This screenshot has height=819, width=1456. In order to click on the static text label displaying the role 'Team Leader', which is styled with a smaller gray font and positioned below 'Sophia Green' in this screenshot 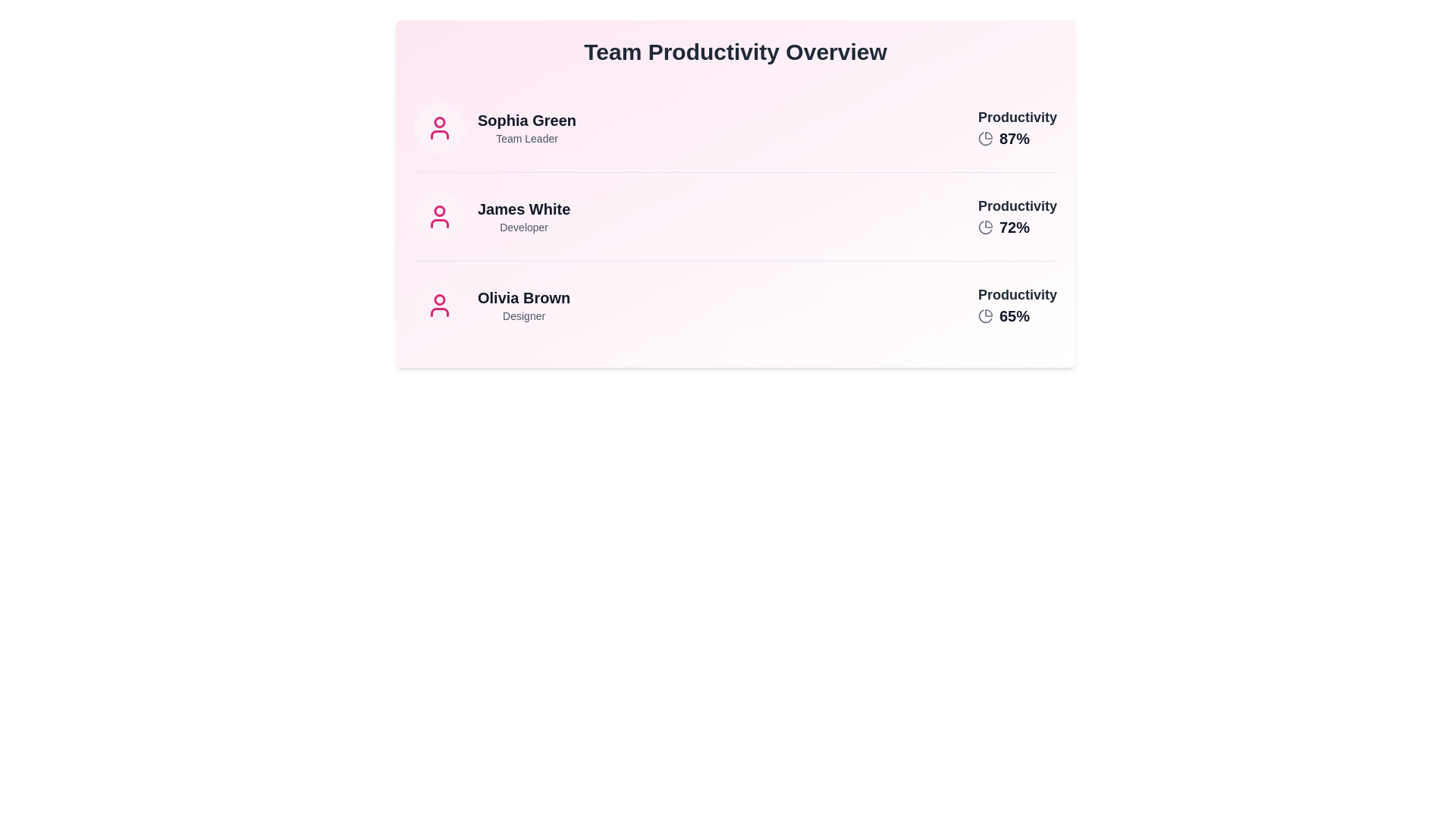, I will do `click(527, 138)`.